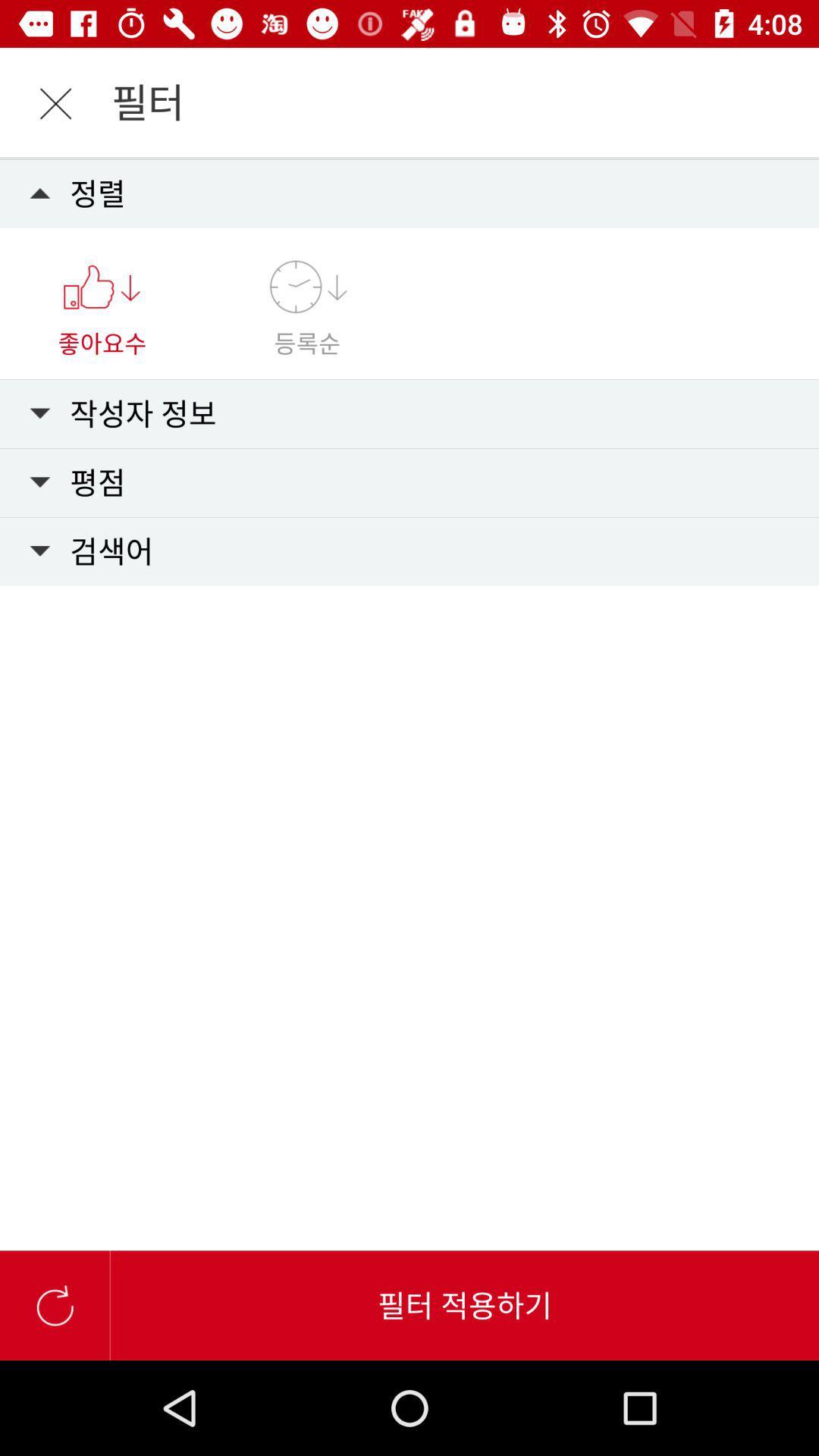 Image resolution: width=819 pixels, height=1456 pixels. What do you see at coordinates (54, 1304) in the screenshot?
I see `the refresh icon` at bounding box center [54, 1304].